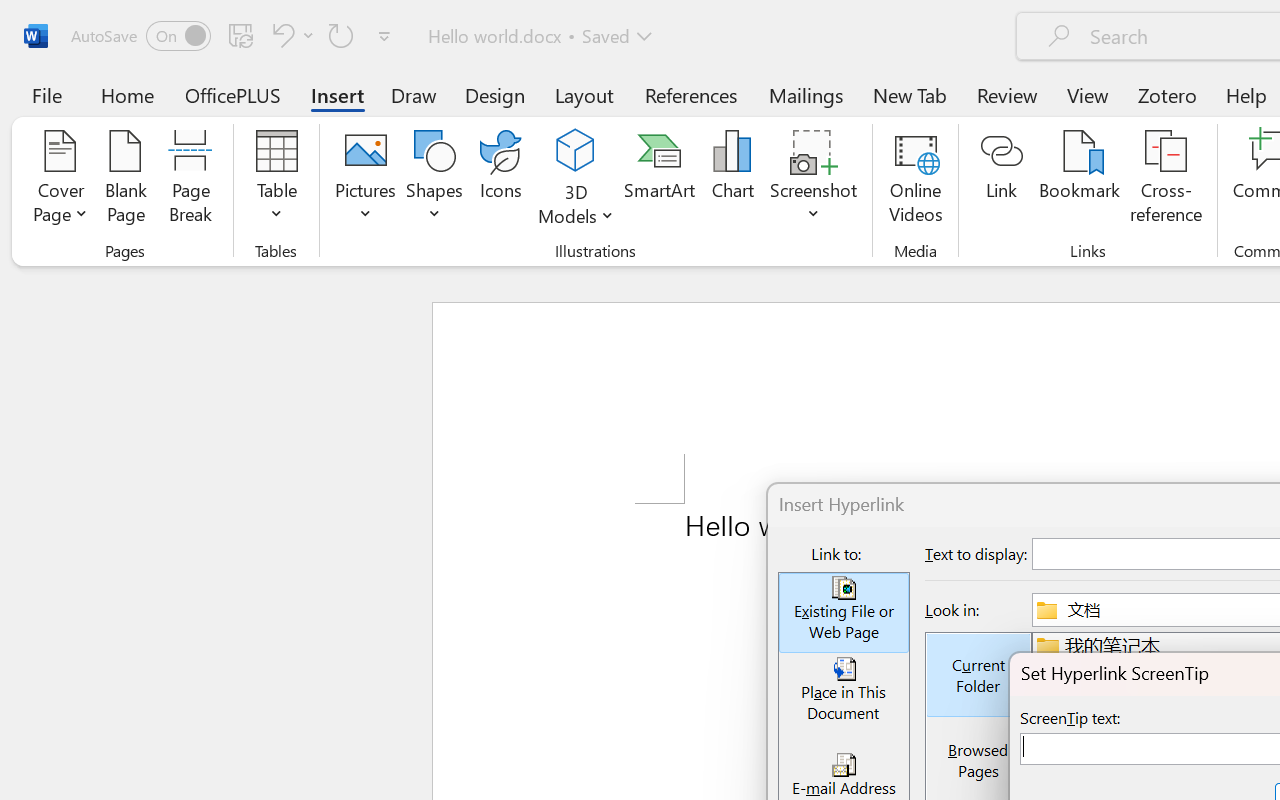  What do you see at coordinates (575, 151) in the screenshot?
I see `'3D Models'` at bounding box center [575, 151].